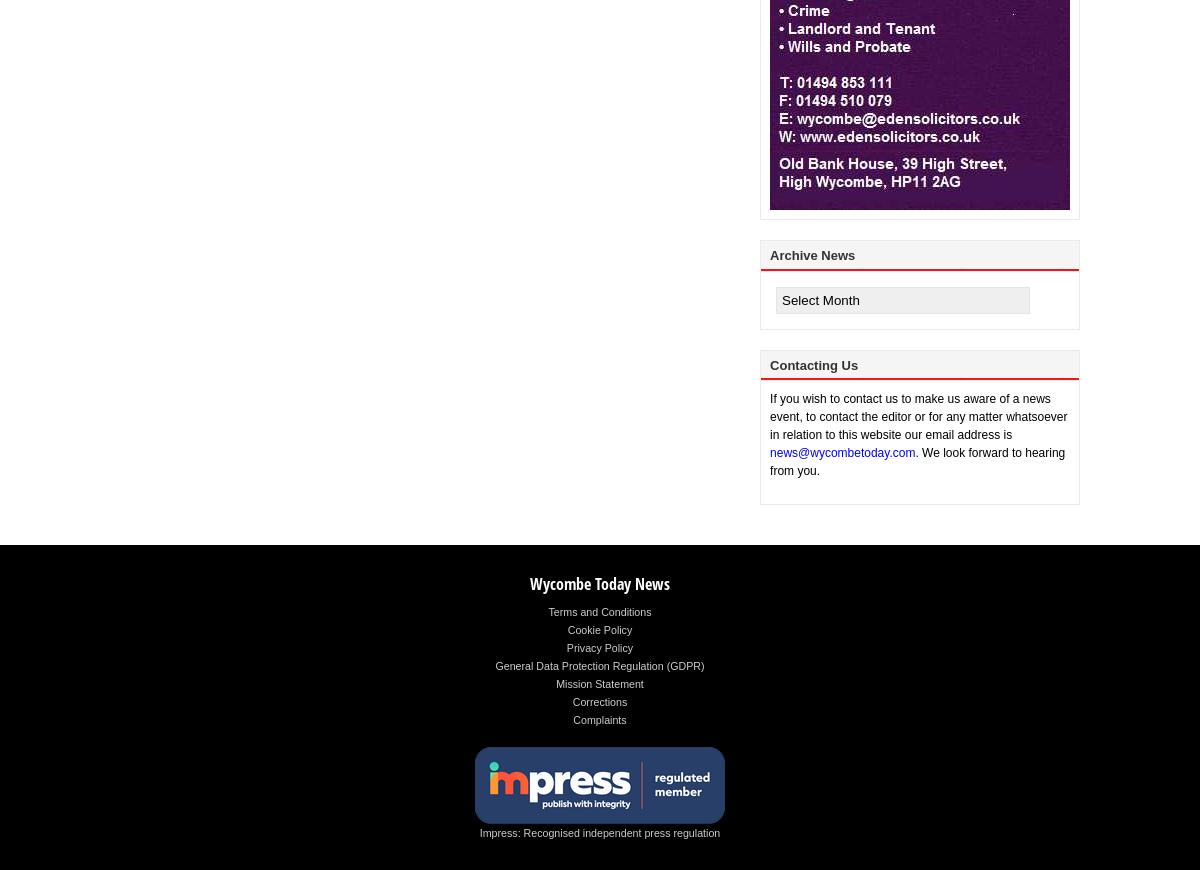 This screenshot has width=1200, height=870. Describe the element at coordinates (811, 255) in the screenshot. I see `'Archive News'` at that location.